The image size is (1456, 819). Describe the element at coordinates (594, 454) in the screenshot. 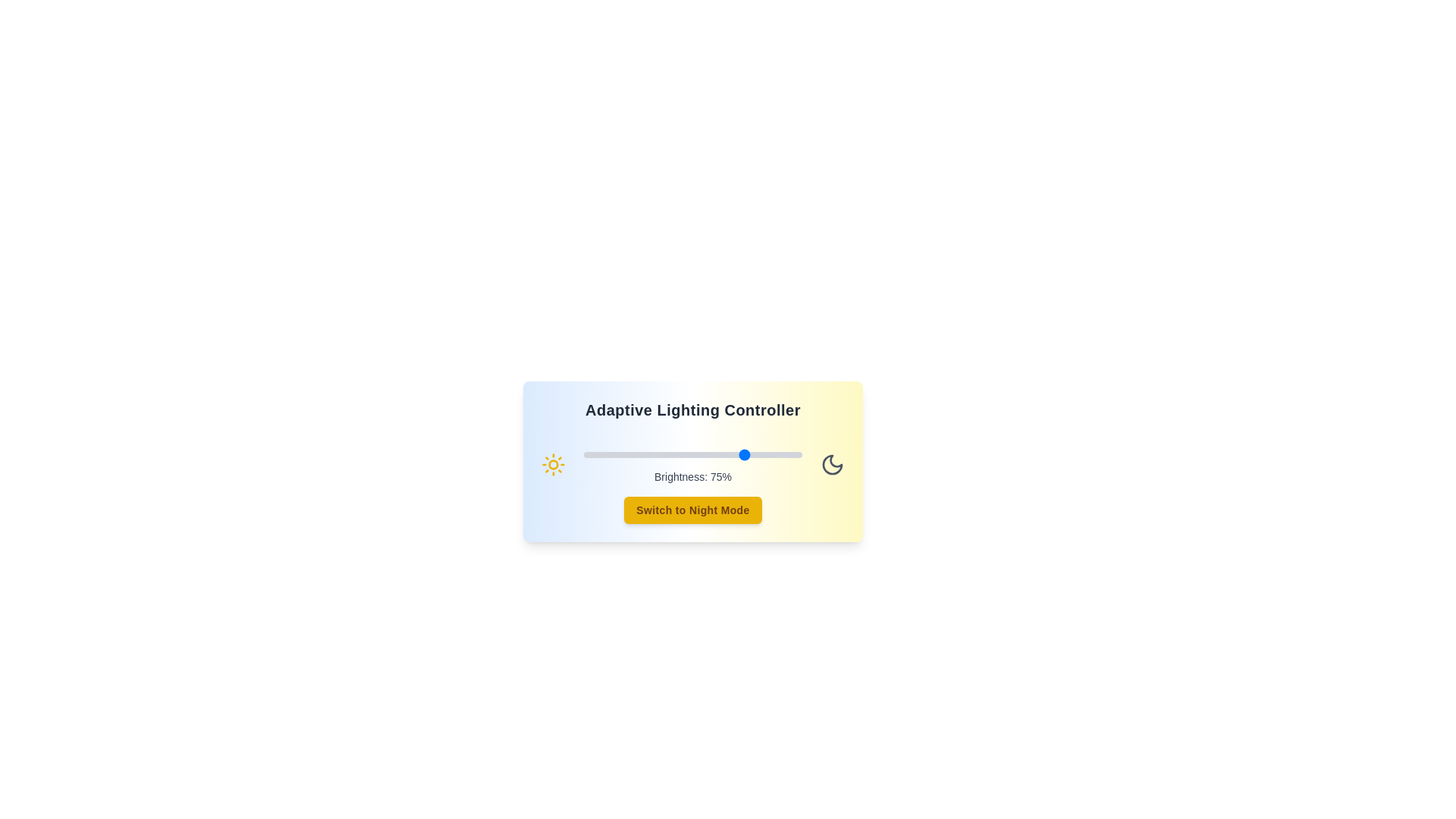

I see `brightness` at that location.